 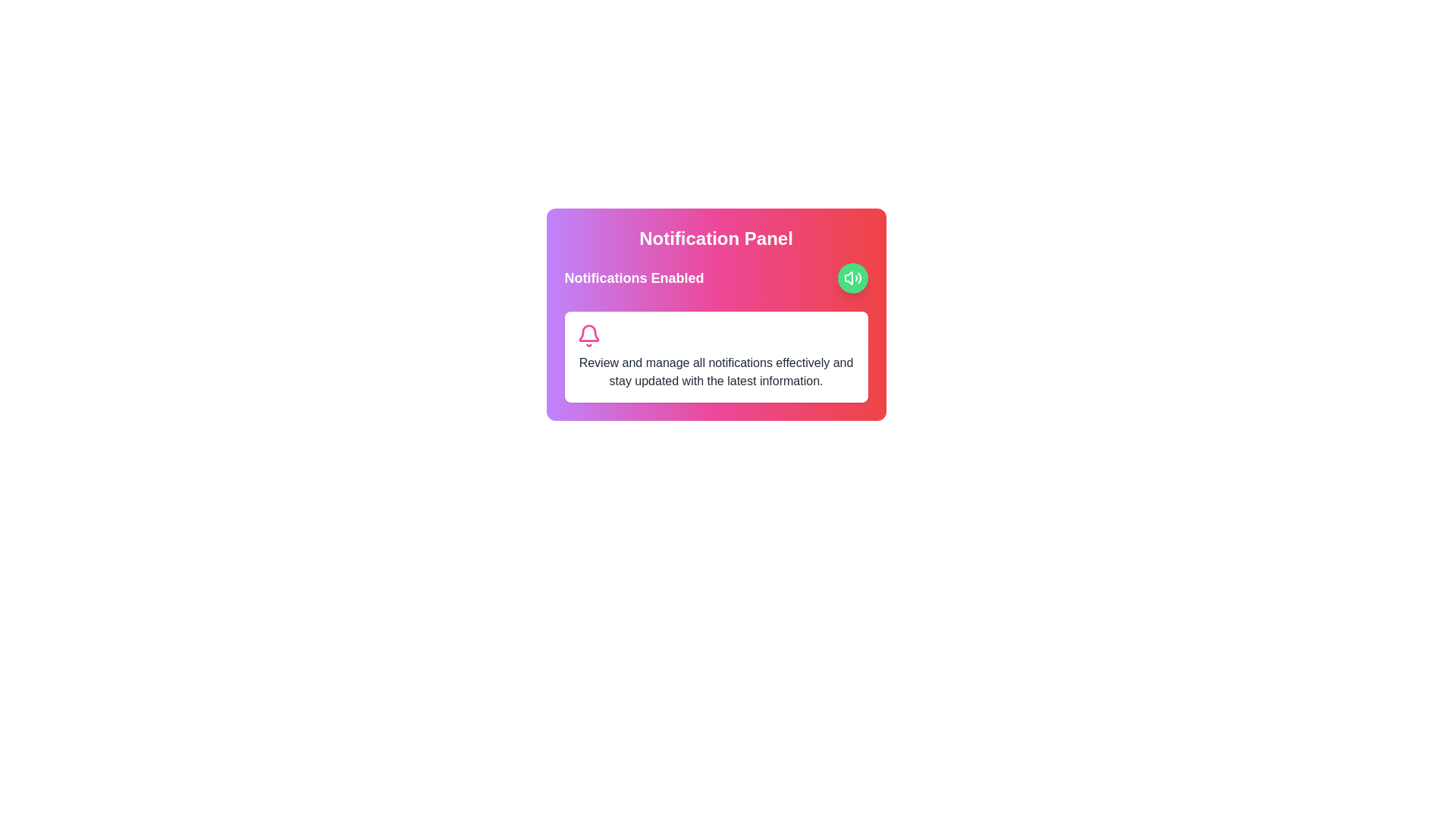 I want to click on the notification icon located at the top-left corner of the notification panel, which symbolizes alerts or updates, so click(x=588, y=335).